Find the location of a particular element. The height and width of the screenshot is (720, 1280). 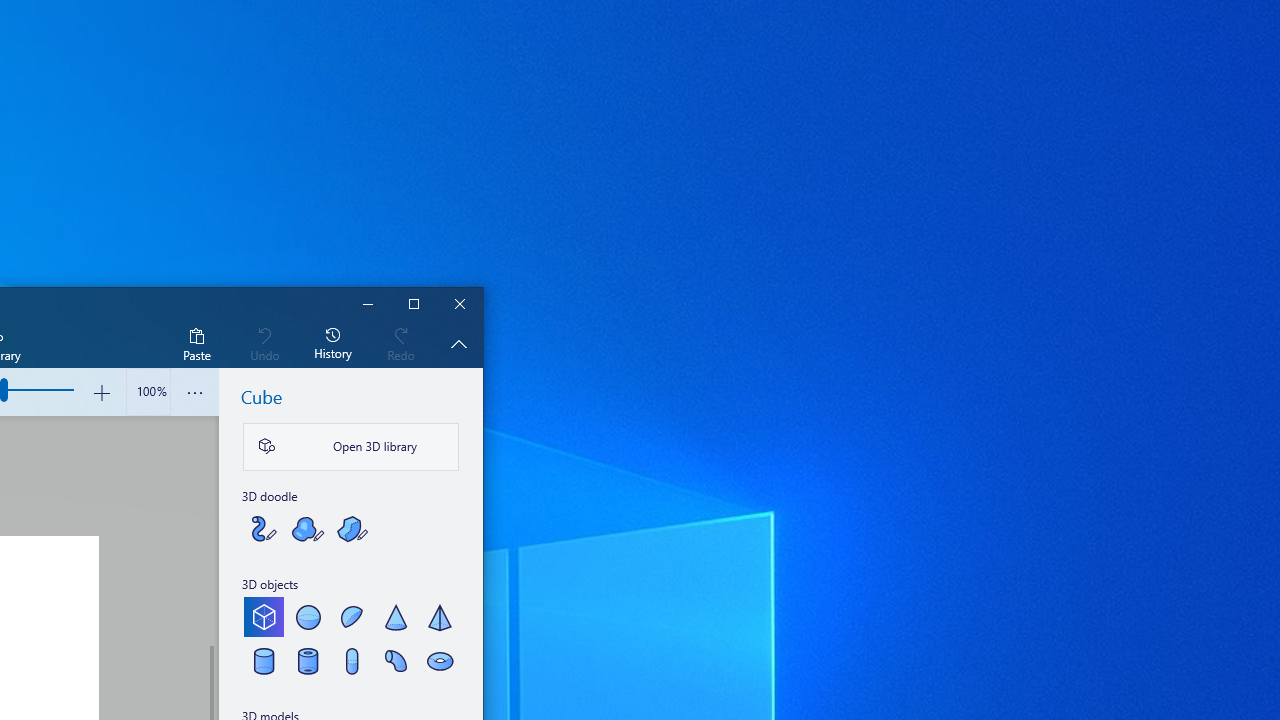

'Tube brush' is located at coordinates (263, 527).